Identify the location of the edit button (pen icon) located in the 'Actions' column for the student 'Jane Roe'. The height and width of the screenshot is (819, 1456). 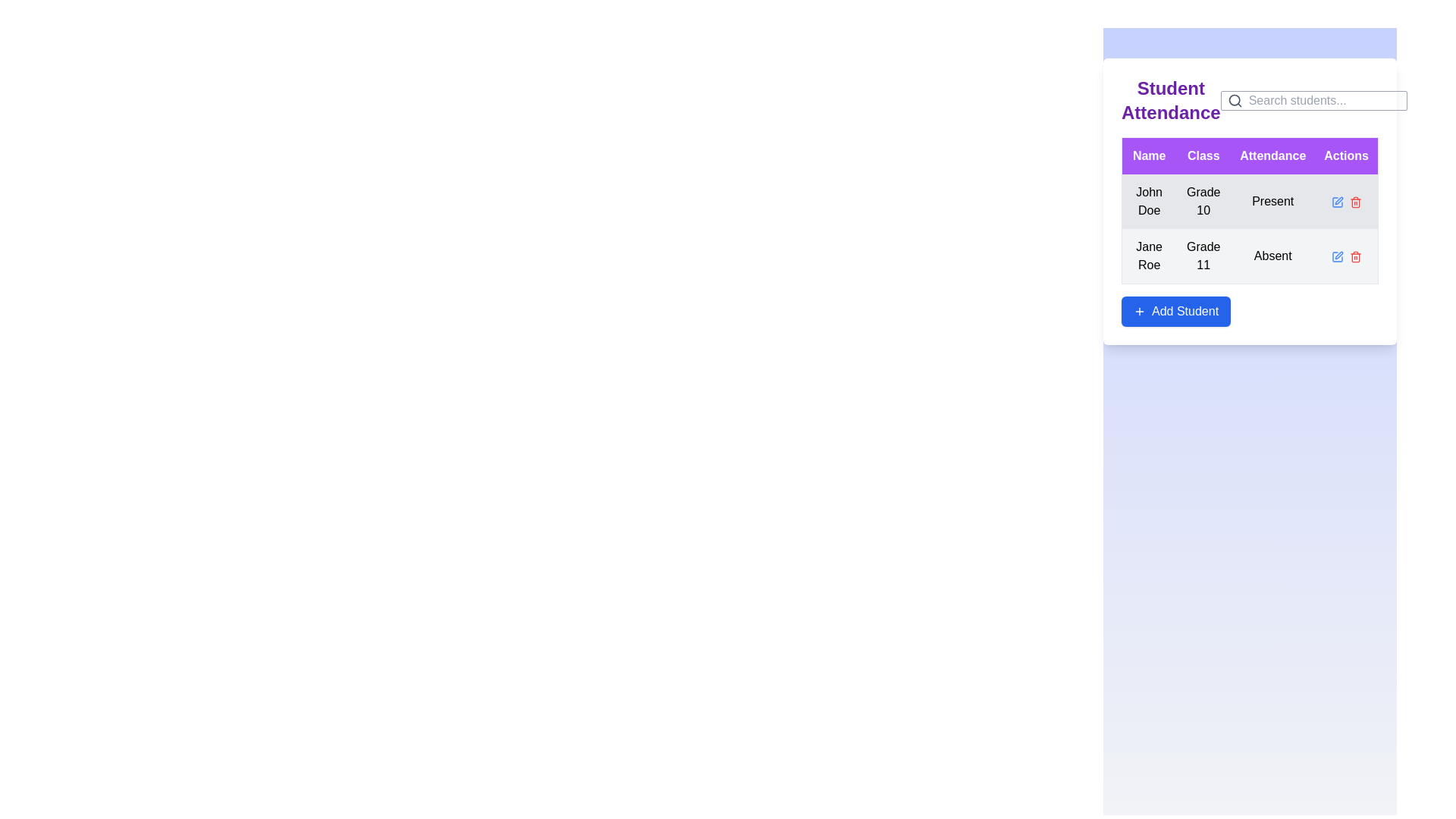
(1338, 199).